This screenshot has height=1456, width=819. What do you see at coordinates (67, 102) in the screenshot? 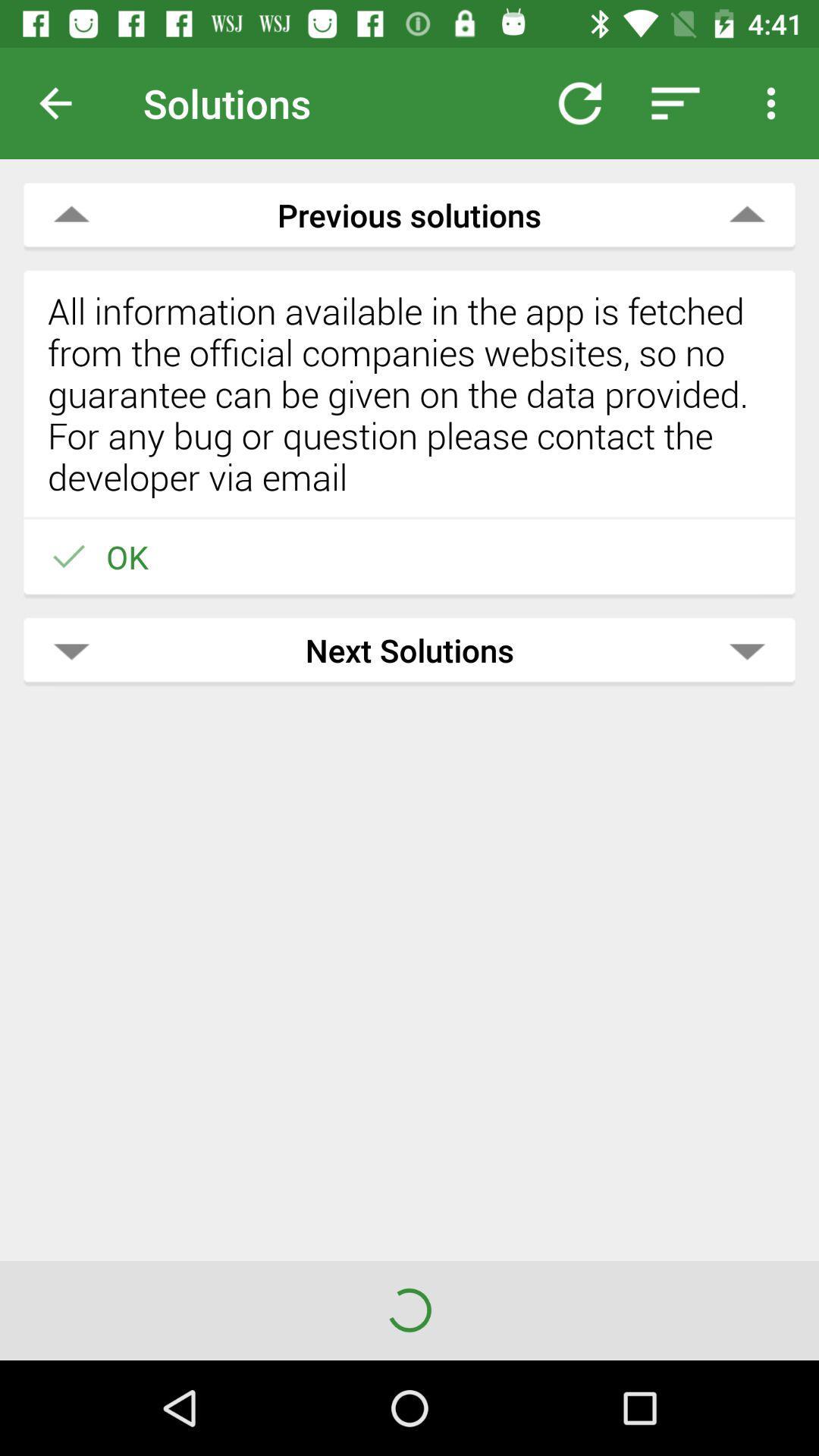
I see `go back` at bounding box center [67, 102].